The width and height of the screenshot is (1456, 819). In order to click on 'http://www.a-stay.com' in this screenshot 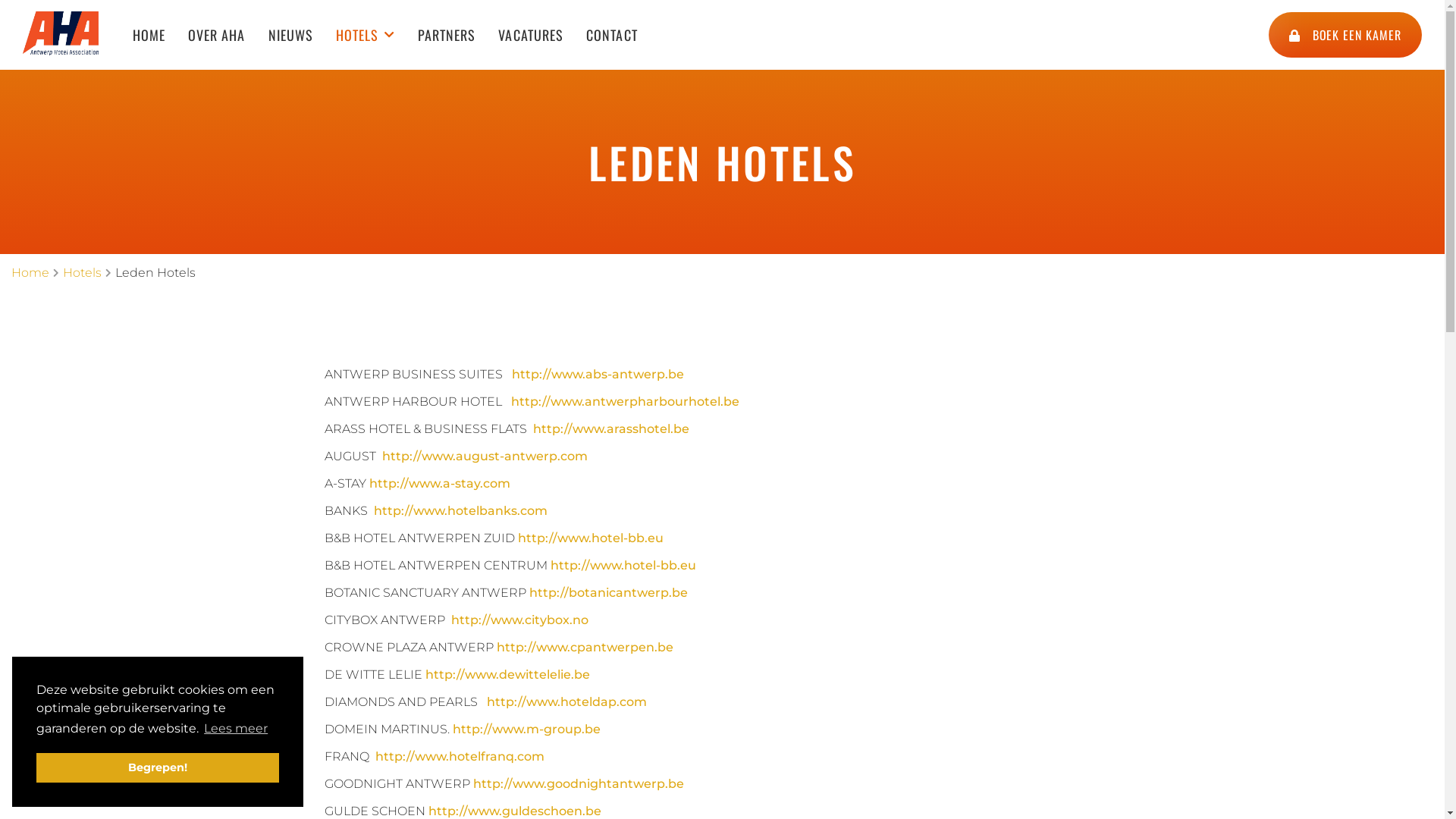, I will do `click(438, 483)`.